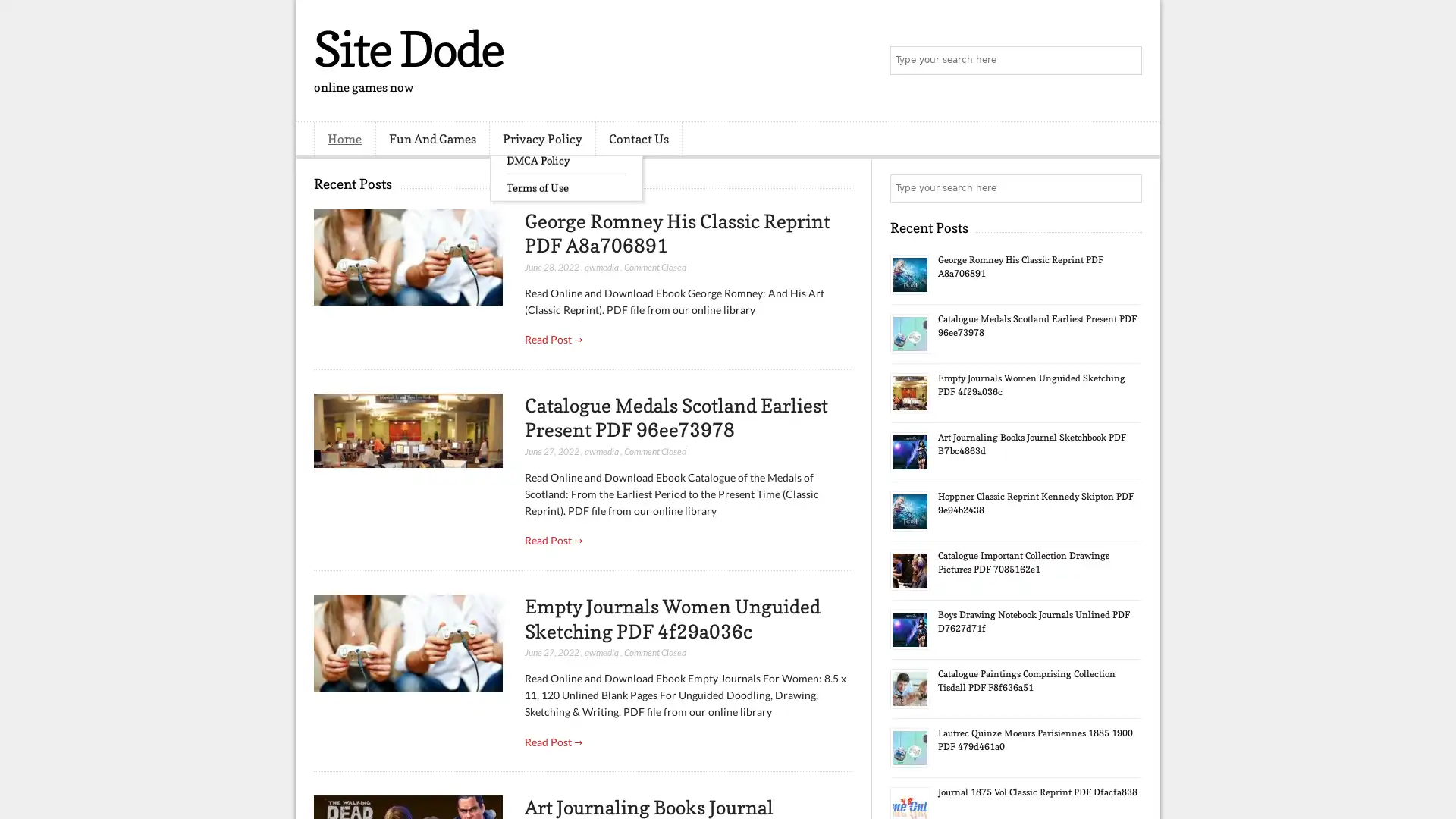 This screenshot has height=819, width=1456. I want to click on Search, so click(1126, 188).